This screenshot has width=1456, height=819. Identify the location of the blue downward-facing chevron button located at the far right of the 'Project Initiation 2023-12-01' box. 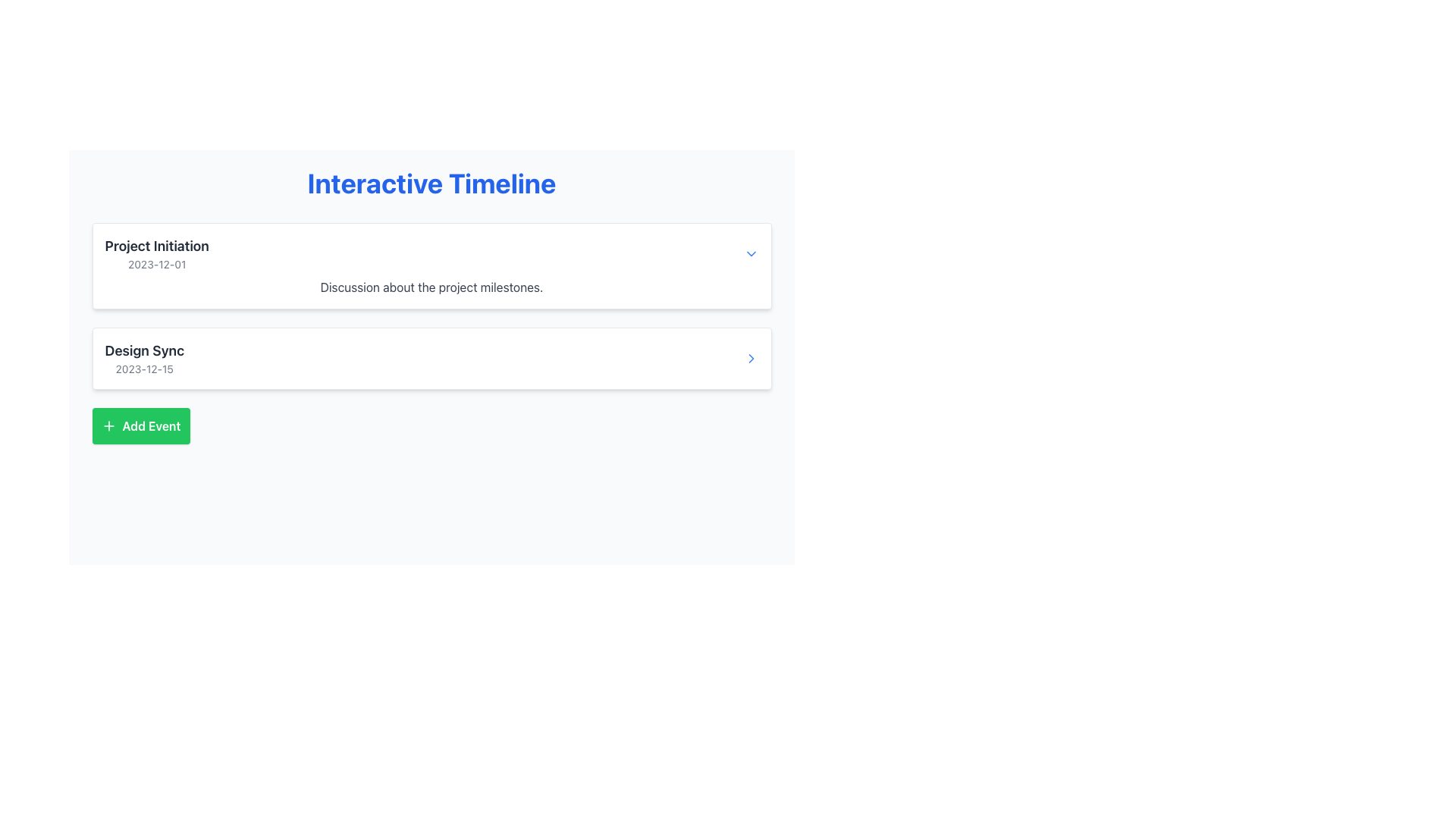
(751, 253).